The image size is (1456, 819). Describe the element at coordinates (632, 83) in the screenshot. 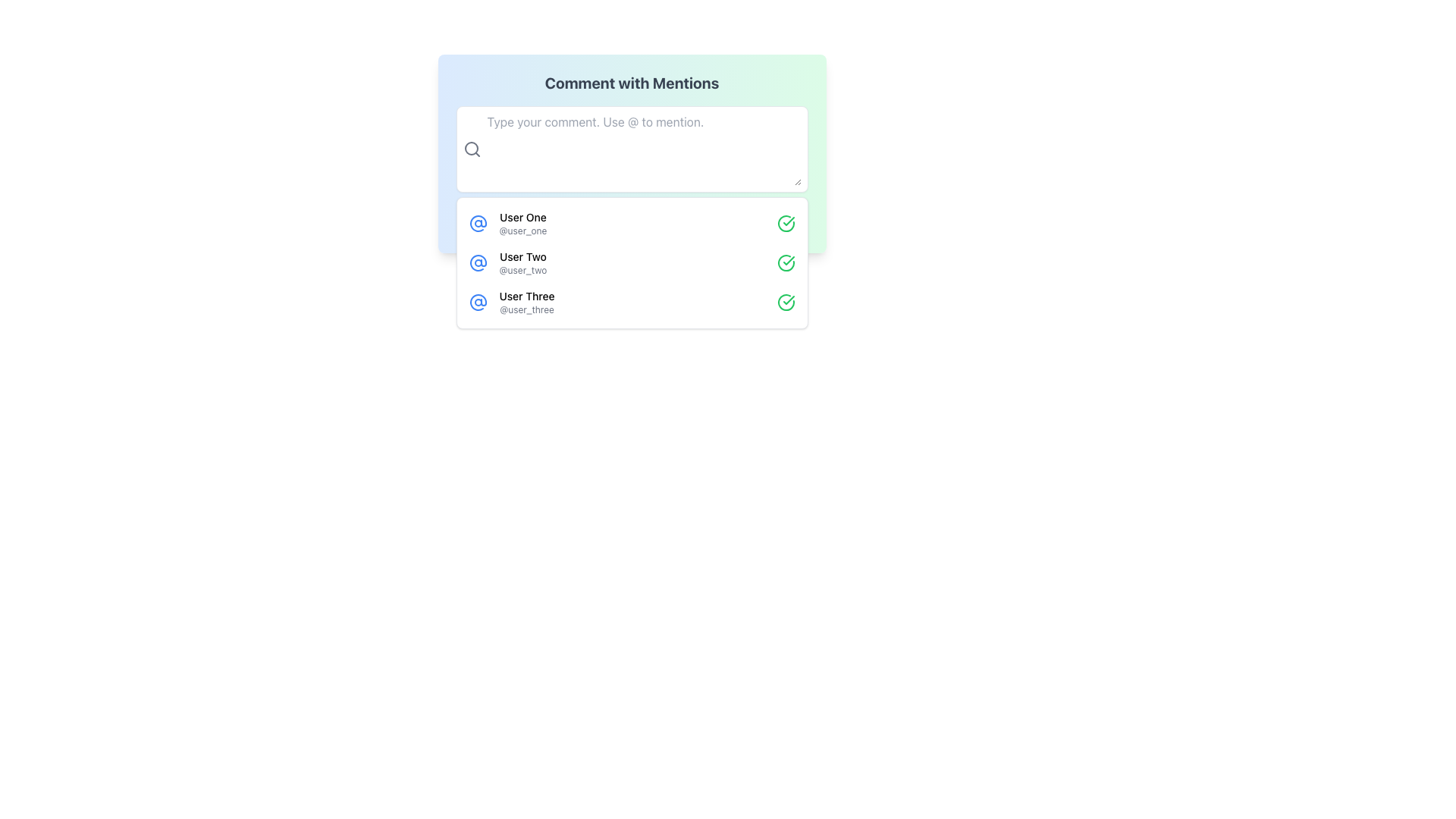

I see `the text heading 'Comment with Mentions' styled with a larger, bold font at the top center of the card layout` at that location.